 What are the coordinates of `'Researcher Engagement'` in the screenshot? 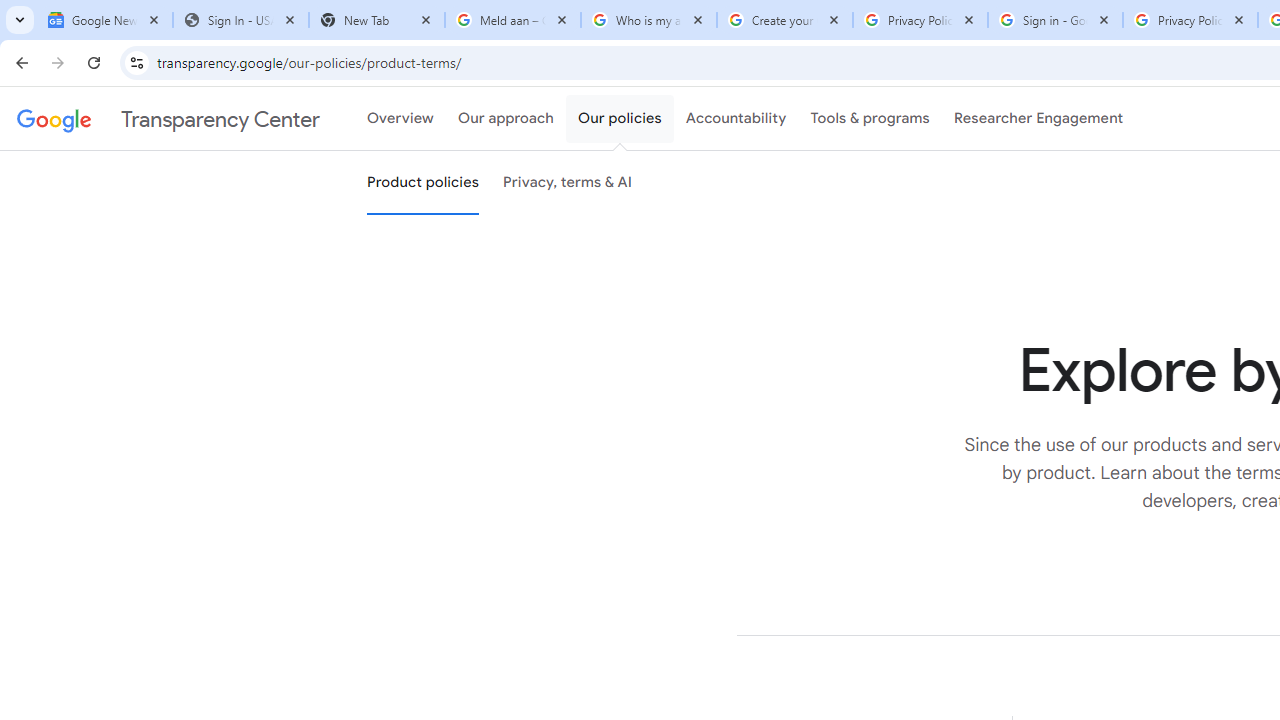 It's located at (1038, 119).